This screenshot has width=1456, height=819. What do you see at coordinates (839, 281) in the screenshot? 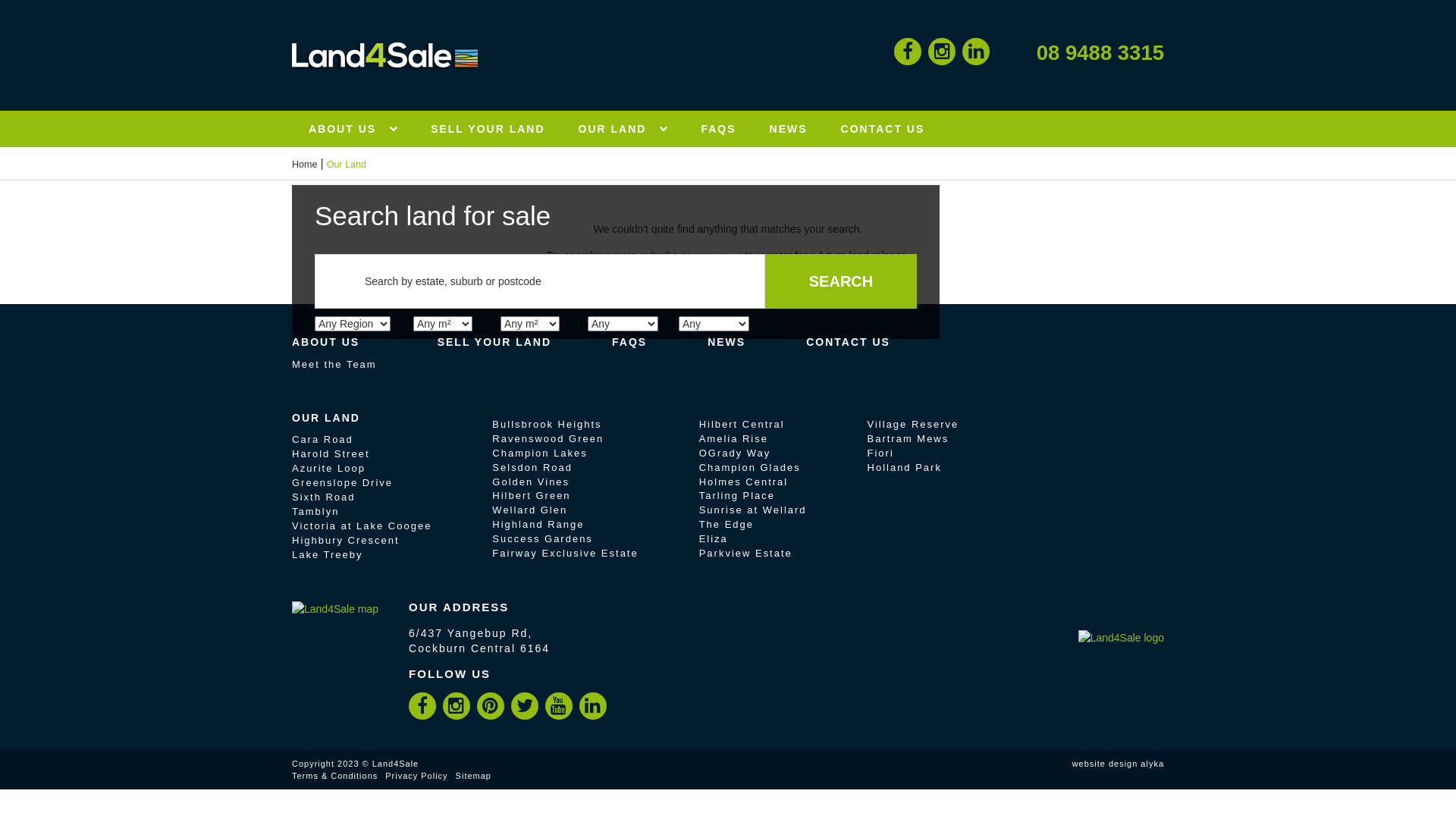
I see `'Search'` at bounding box center [839, 281].